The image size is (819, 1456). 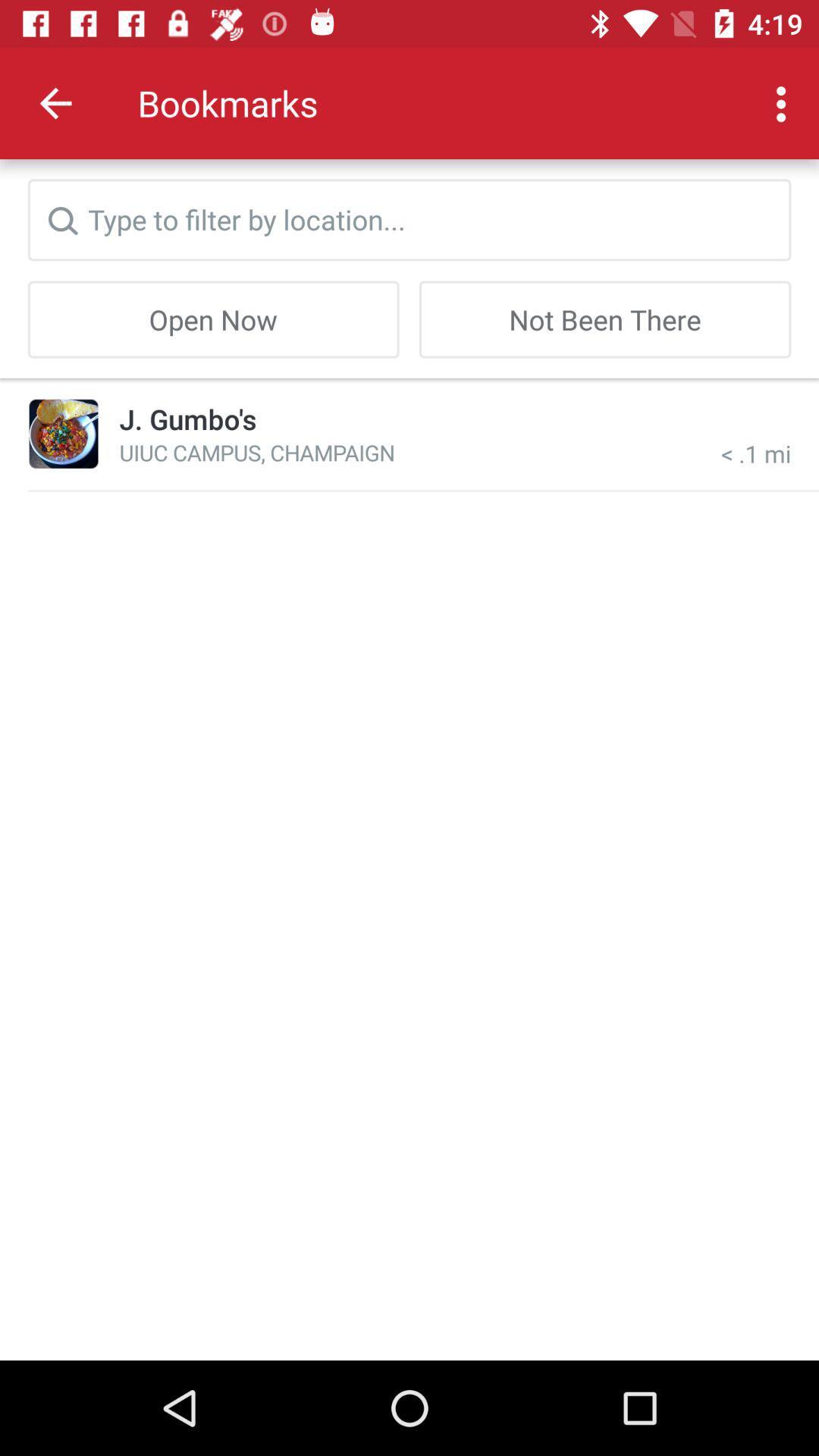 What do you see at coordinates (604, 318) in the screenshot?
I see `item next to the open now` at bounding box center [604, 318].